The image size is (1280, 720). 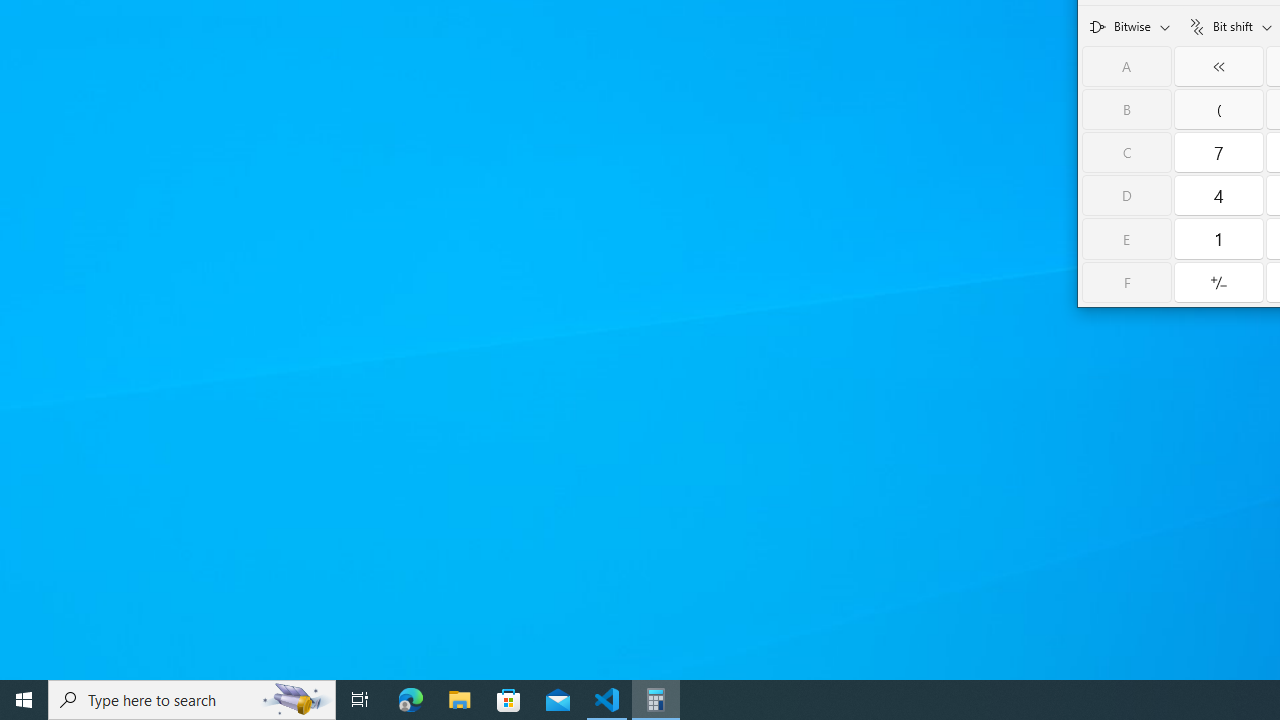 What do you see at coordinates (1218, 65) in the screenshot?
I see `'Left shift'` at bounding box center [1218, 65].